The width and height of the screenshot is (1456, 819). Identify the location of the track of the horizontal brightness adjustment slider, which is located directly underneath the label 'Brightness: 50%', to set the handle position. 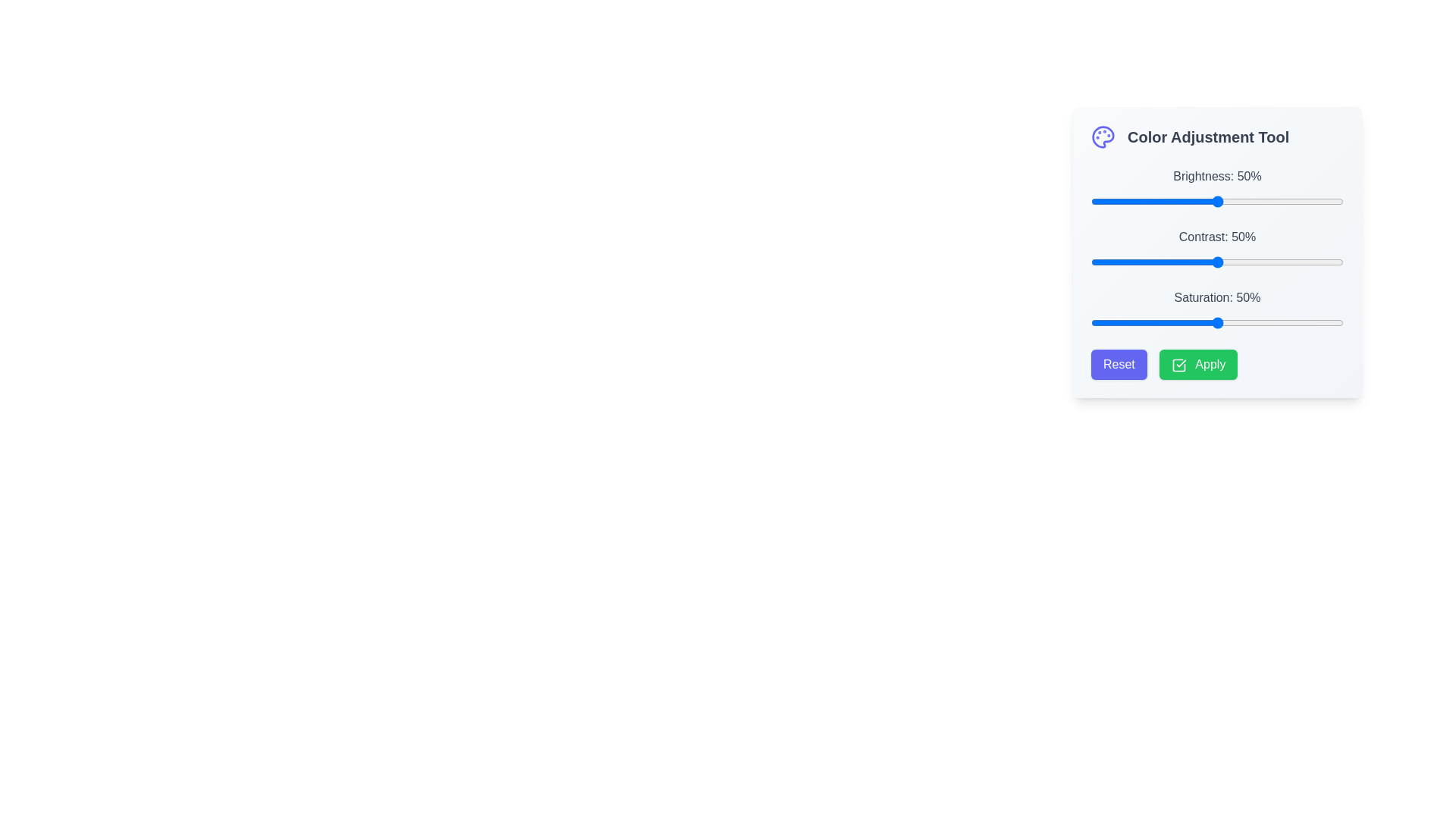
(1217, 201).